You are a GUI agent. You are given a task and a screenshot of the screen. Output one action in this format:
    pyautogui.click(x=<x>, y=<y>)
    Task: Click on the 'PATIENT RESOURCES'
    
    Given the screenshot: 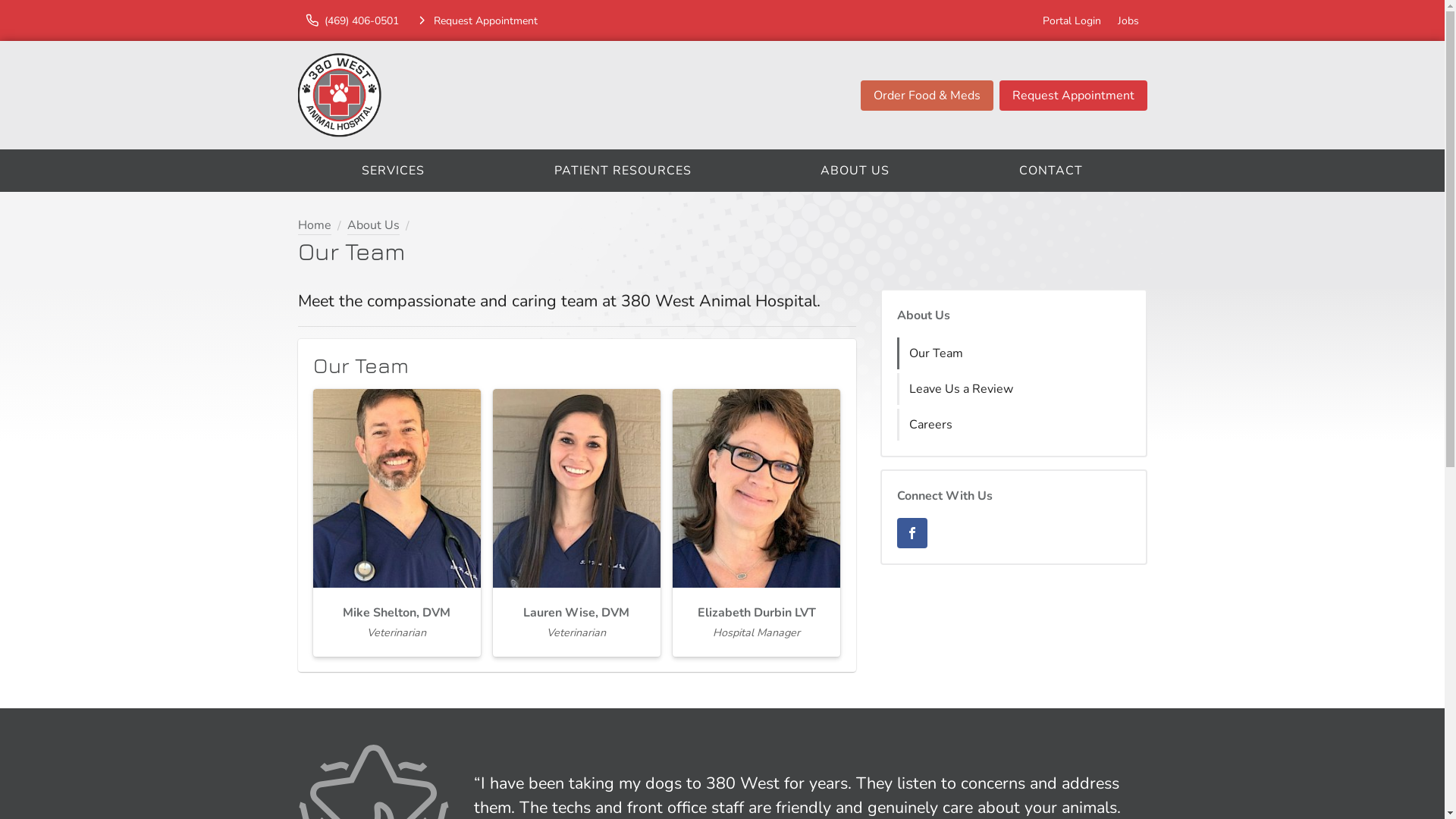 What is the action you would take?
    pyautogui.click(x=623, y=170)
    